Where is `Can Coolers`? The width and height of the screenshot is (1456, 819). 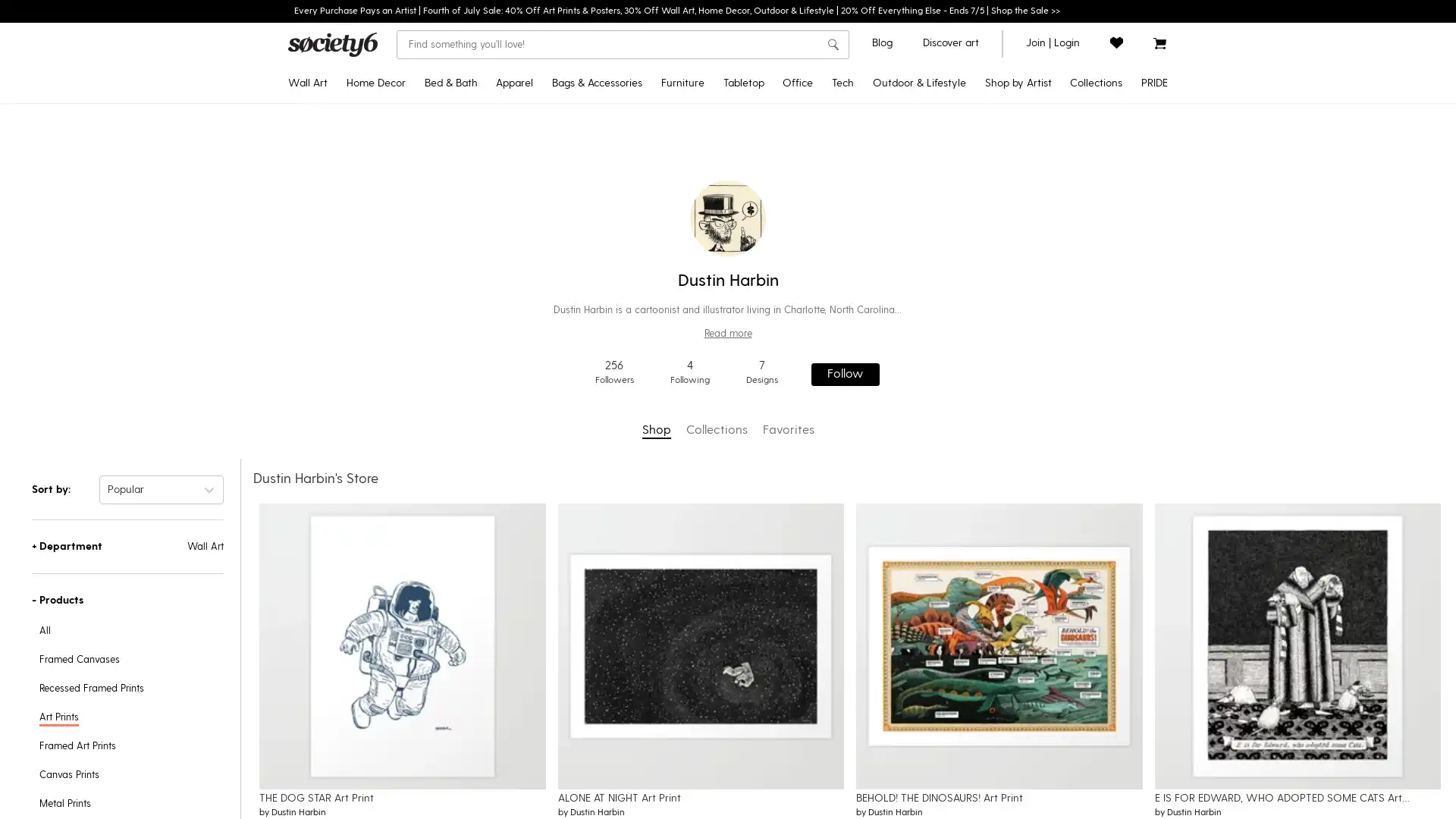
Can Coolers is located at coordinates (939, 317).